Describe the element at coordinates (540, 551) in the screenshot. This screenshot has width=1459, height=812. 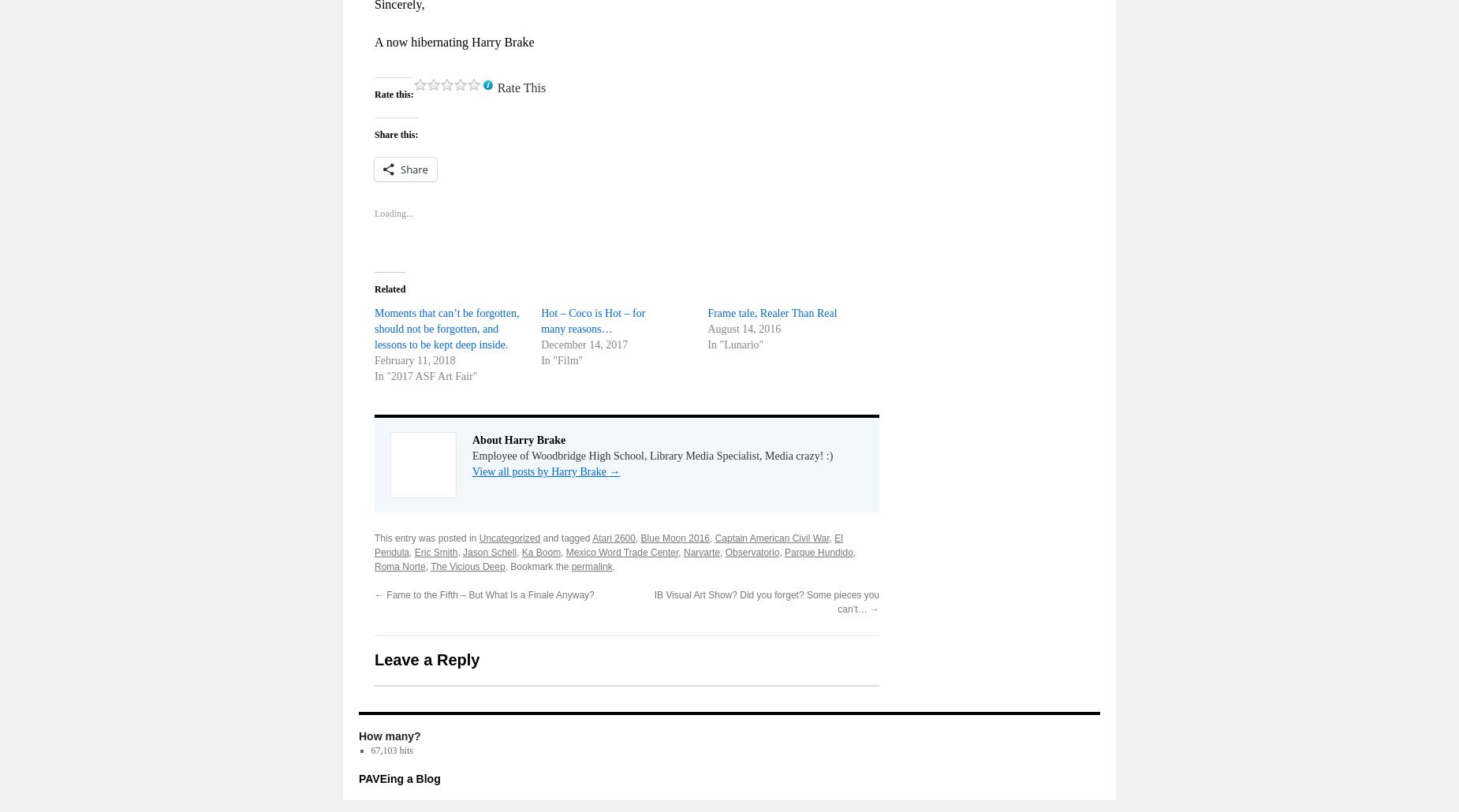
I see `'Ka Boom'` at that location.